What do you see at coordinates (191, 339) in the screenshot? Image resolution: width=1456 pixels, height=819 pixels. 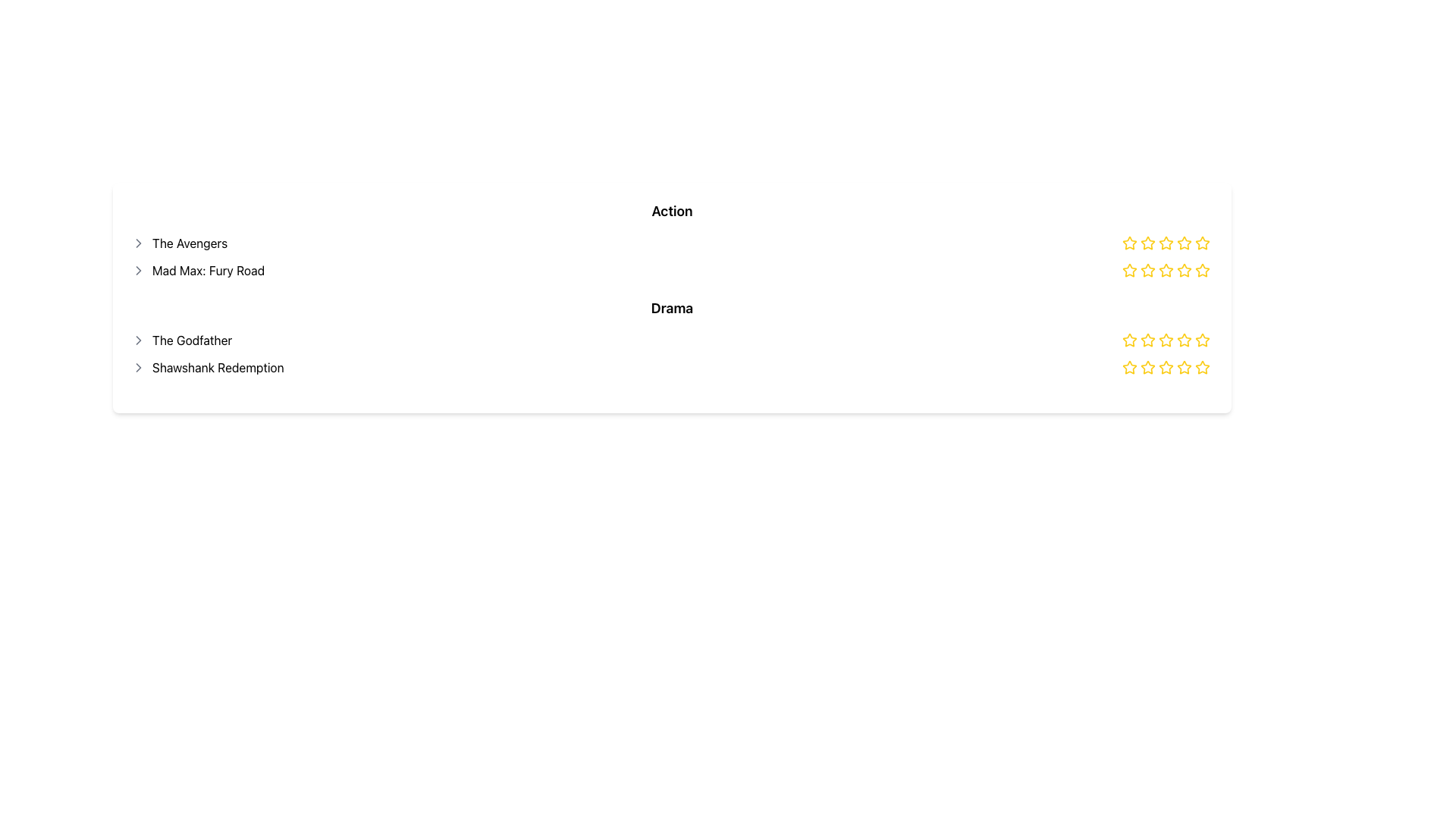 I see `the text label that reads 'The Godfather'` at bounding box center [191, 339].